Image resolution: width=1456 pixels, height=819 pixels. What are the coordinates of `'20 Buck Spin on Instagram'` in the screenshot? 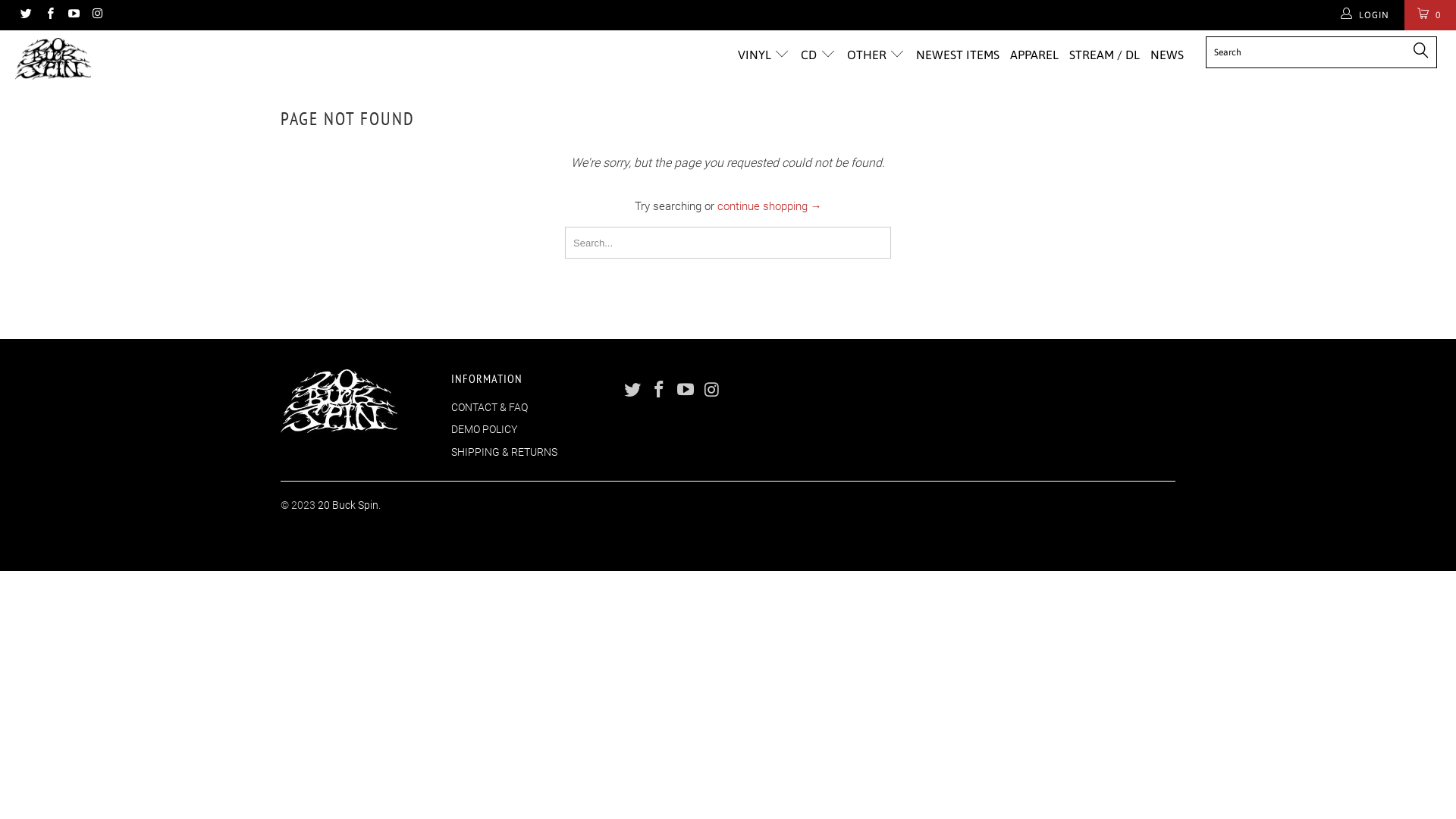 It's located at (711, 390).